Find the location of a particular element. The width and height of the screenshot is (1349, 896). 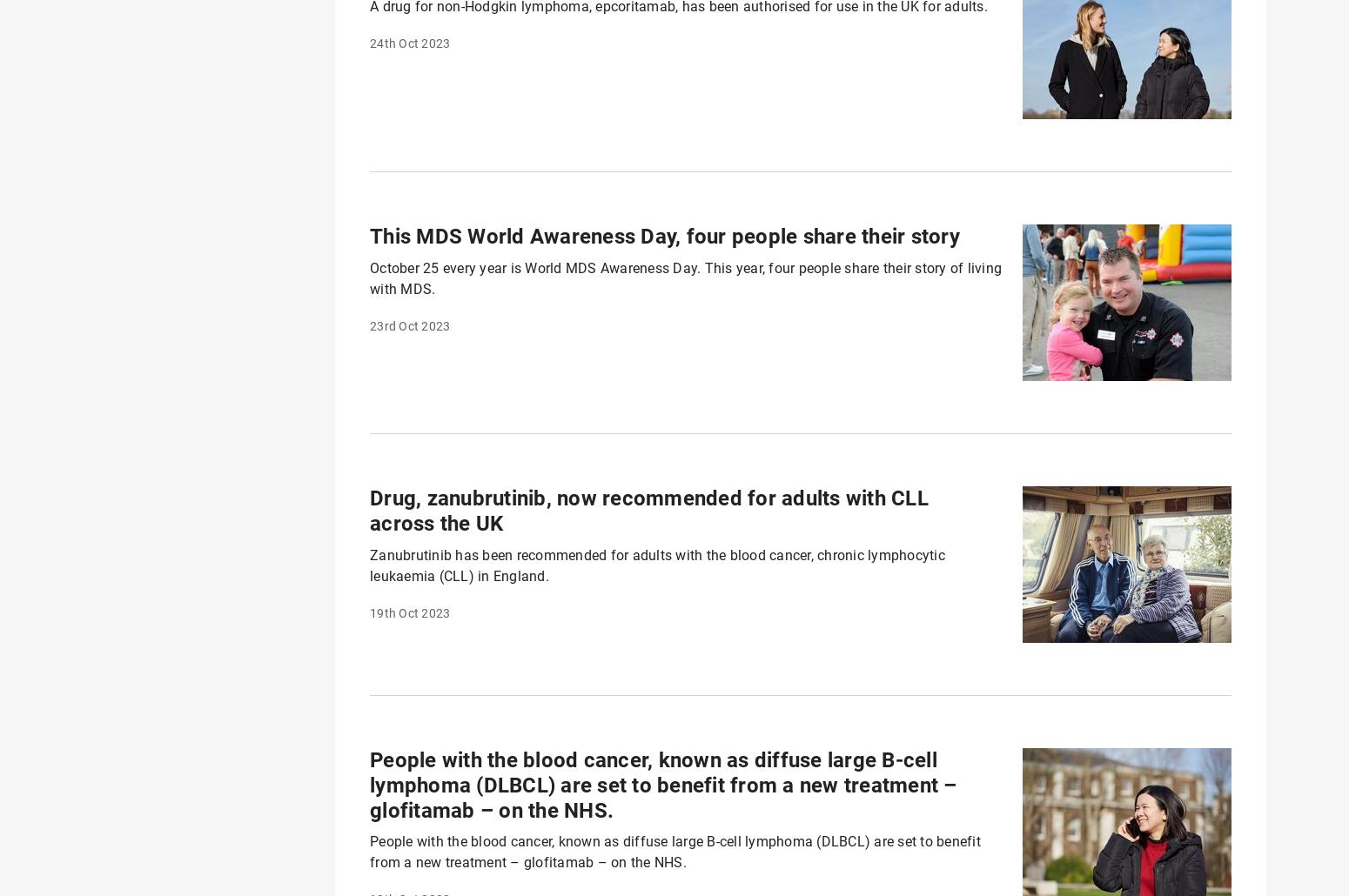

'0808 2080 888' is located at coordinates (690, 630).